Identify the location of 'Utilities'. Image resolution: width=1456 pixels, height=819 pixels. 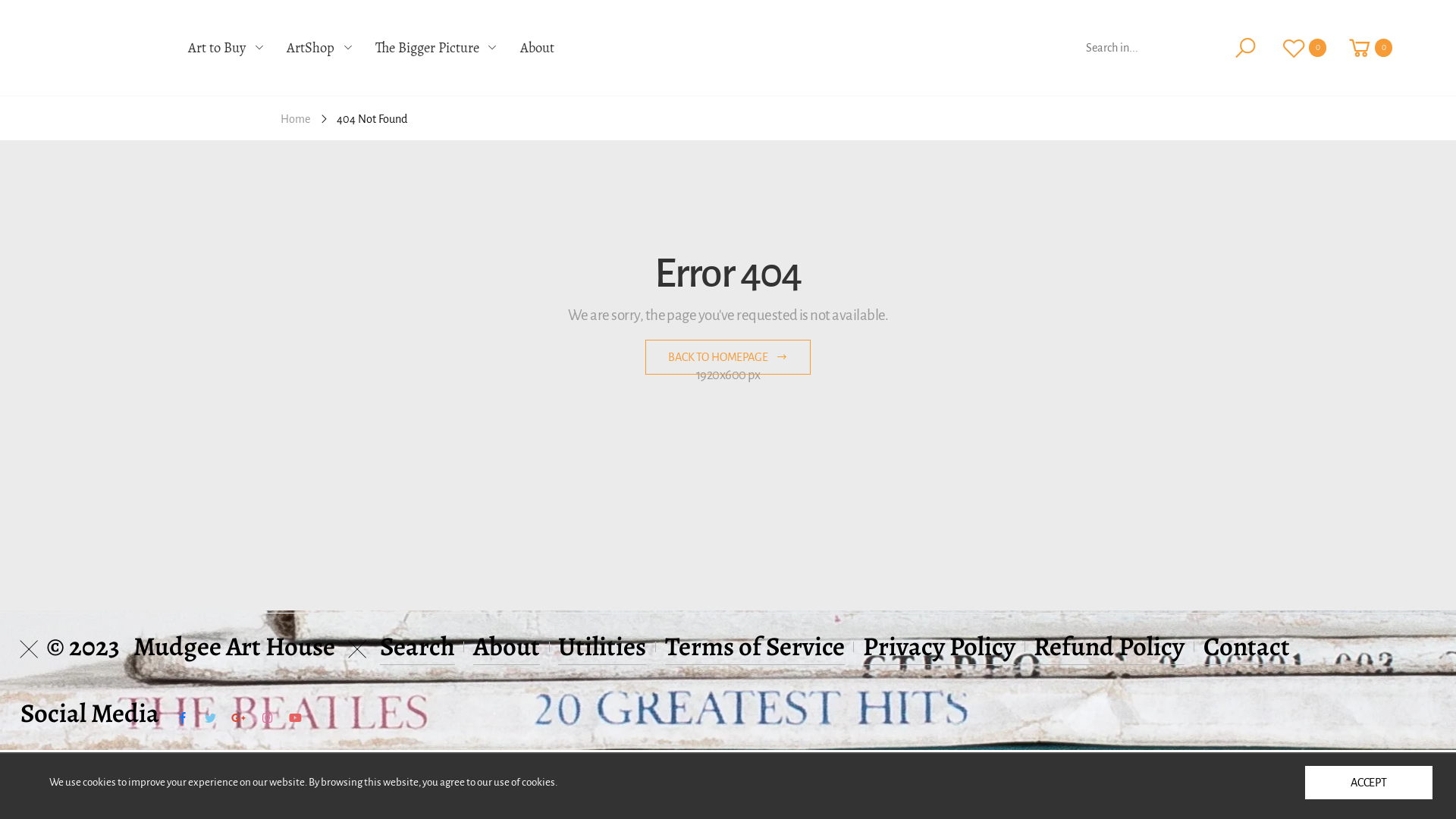
(601, 646).